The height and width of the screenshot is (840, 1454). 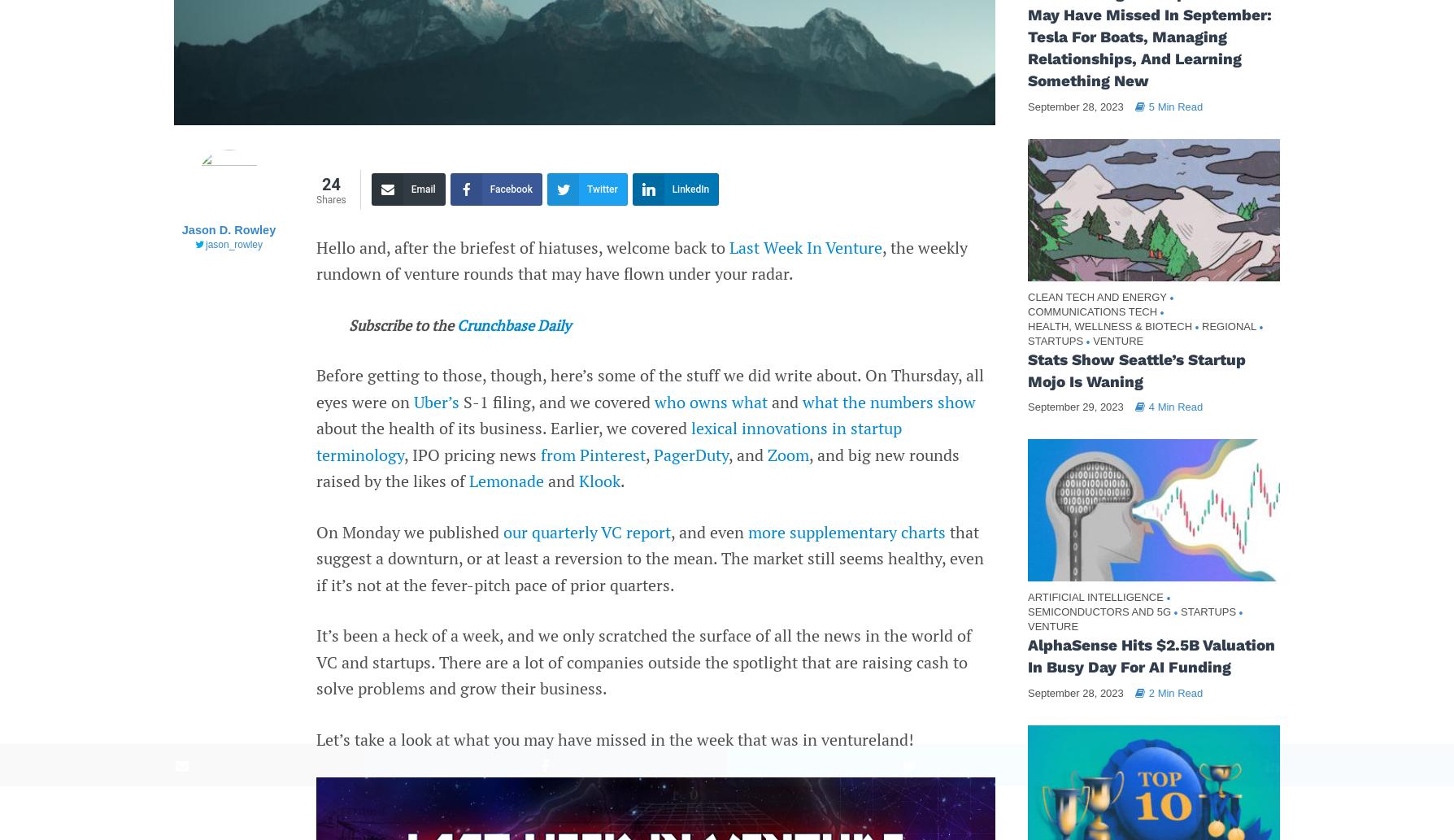 I want to click on '.', so click(x=621, y=480).